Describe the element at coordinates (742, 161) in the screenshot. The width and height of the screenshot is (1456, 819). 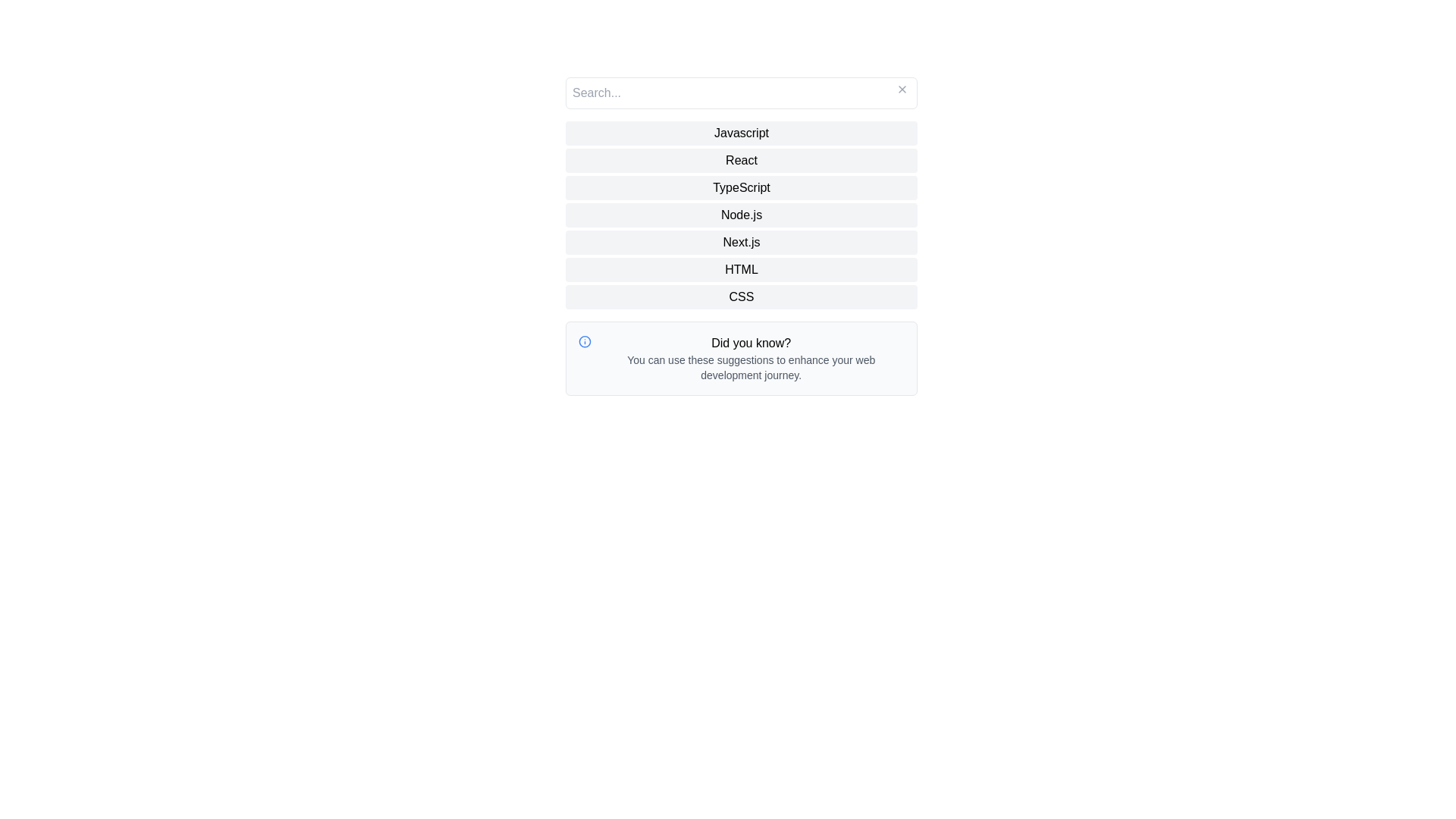
I see `the 'React' button, which is a horizontally centered rectangular tab with rounded corners and a light gray background, positioned second in a list of tabs` at that location.